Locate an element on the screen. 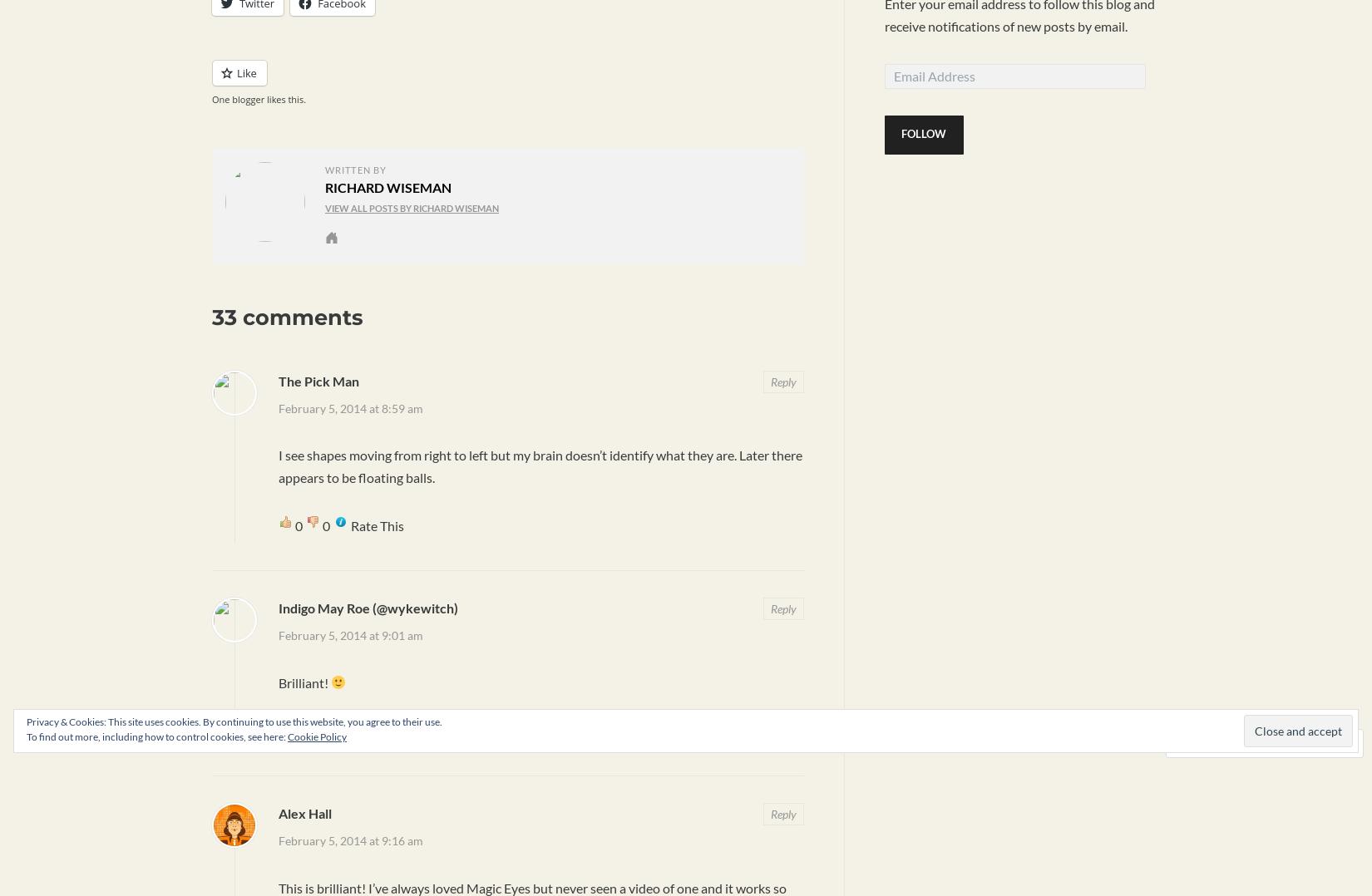  '33 comments' is located at coordinates (288, 316).